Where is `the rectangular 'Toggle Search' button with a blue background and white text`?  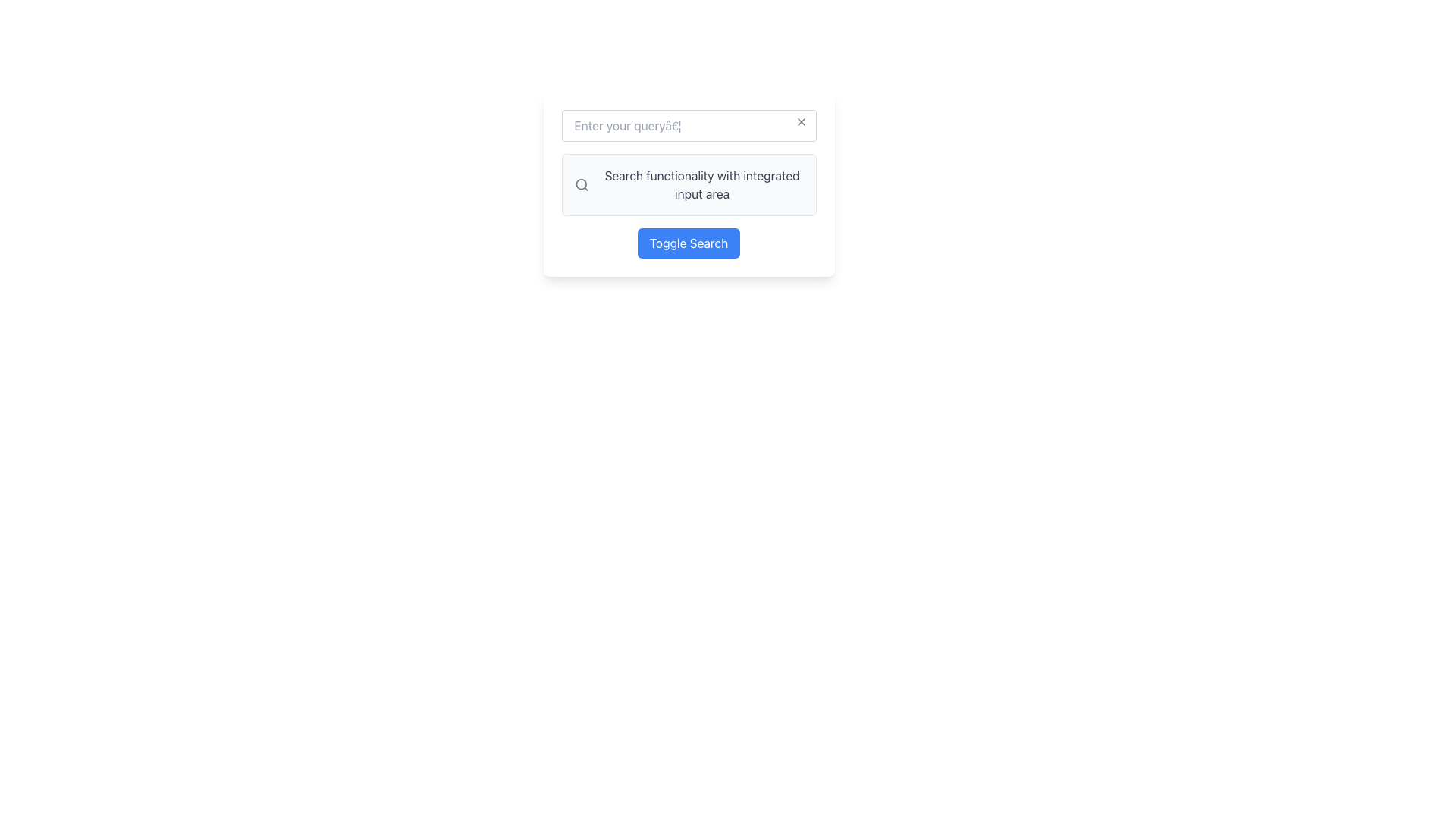 the rectangular 'Toggle Search' button with a blue background and white text is located at coordinates (688, 242).